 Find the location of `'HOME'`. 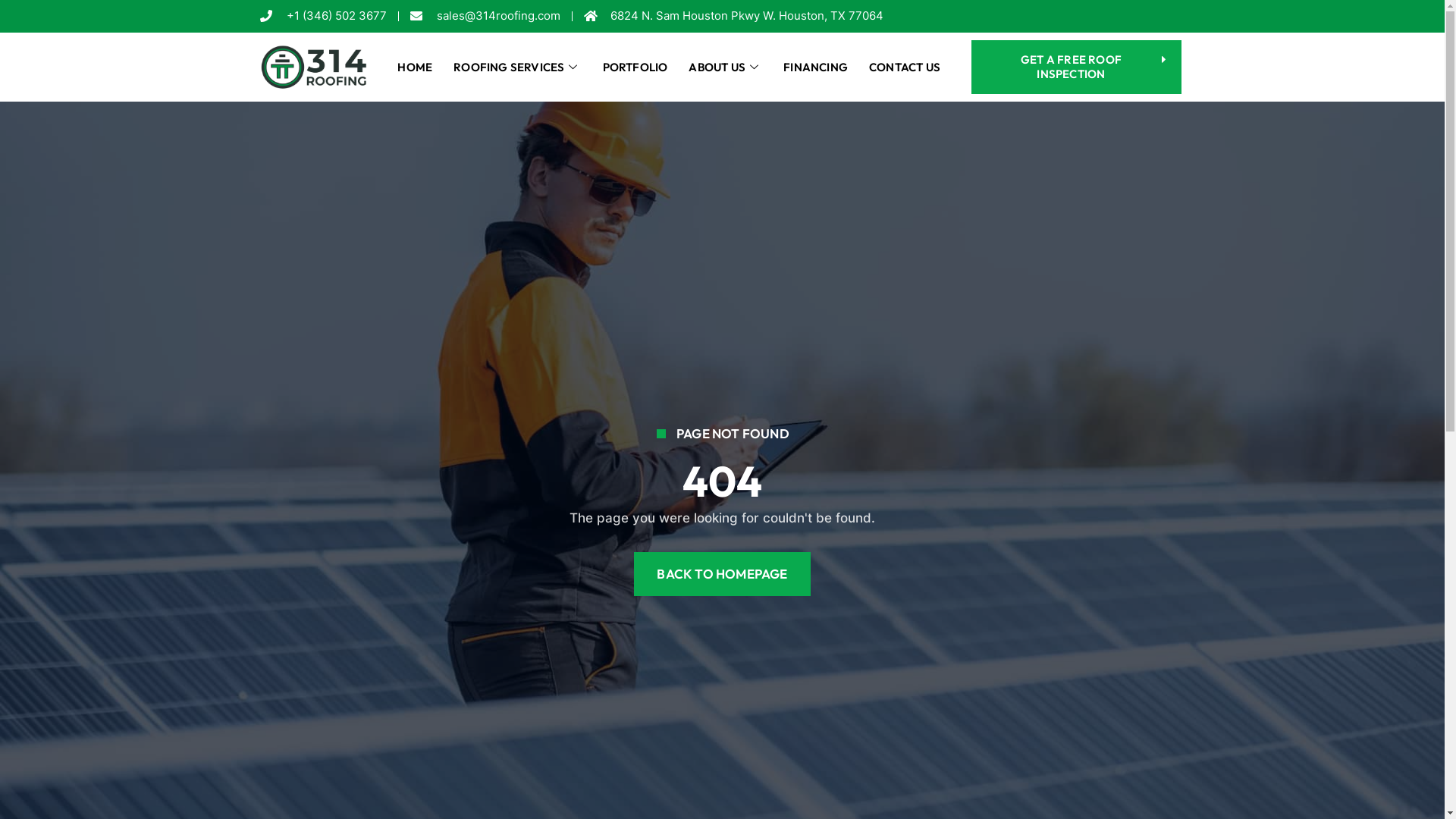

'HOME' is located at coordinates (415, 66).